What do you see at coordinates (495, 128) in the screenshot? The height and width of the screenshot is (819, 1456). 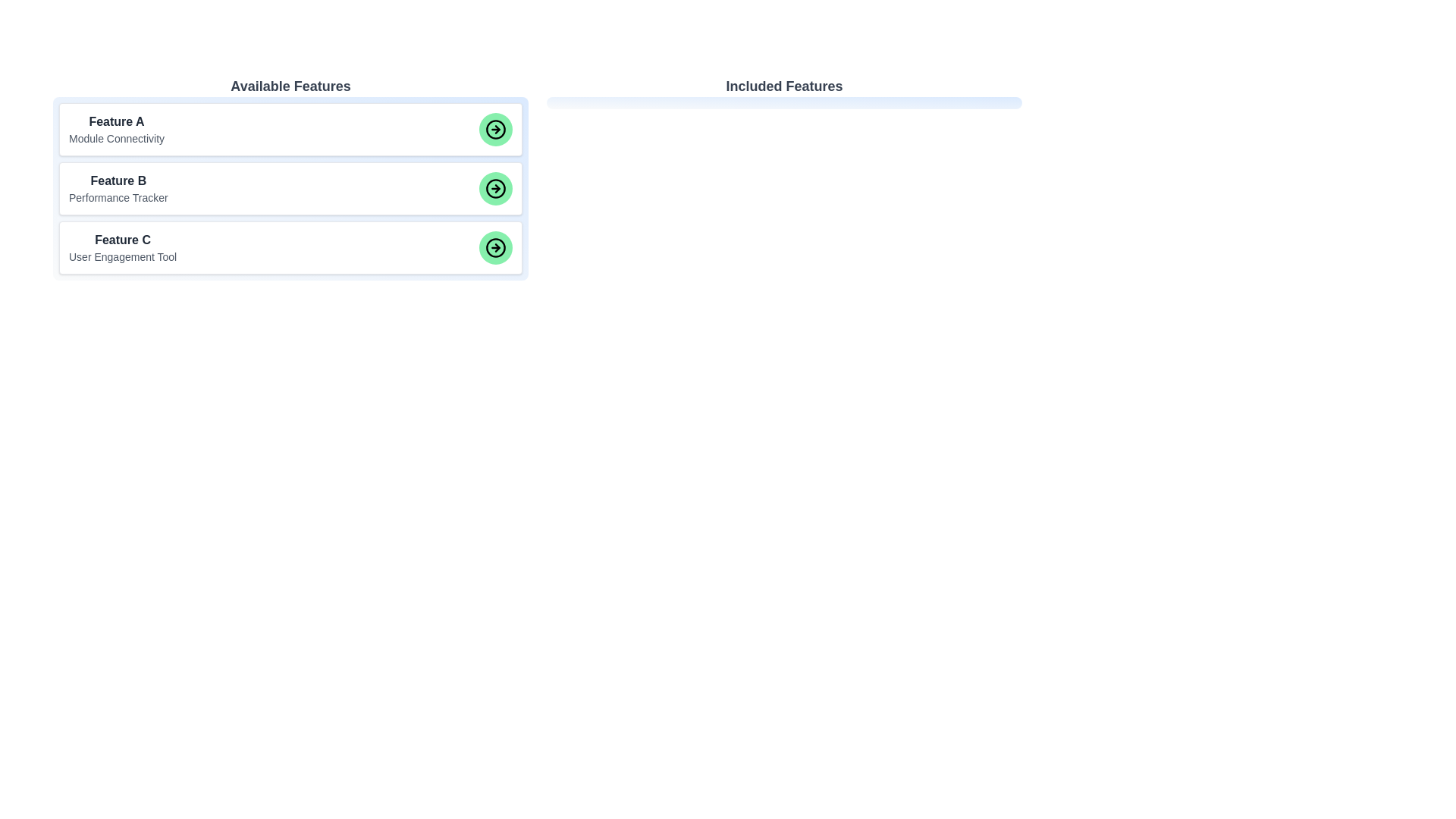 I see `green arrow button for the item labeled Feature A` at bounding box center [495, 128].